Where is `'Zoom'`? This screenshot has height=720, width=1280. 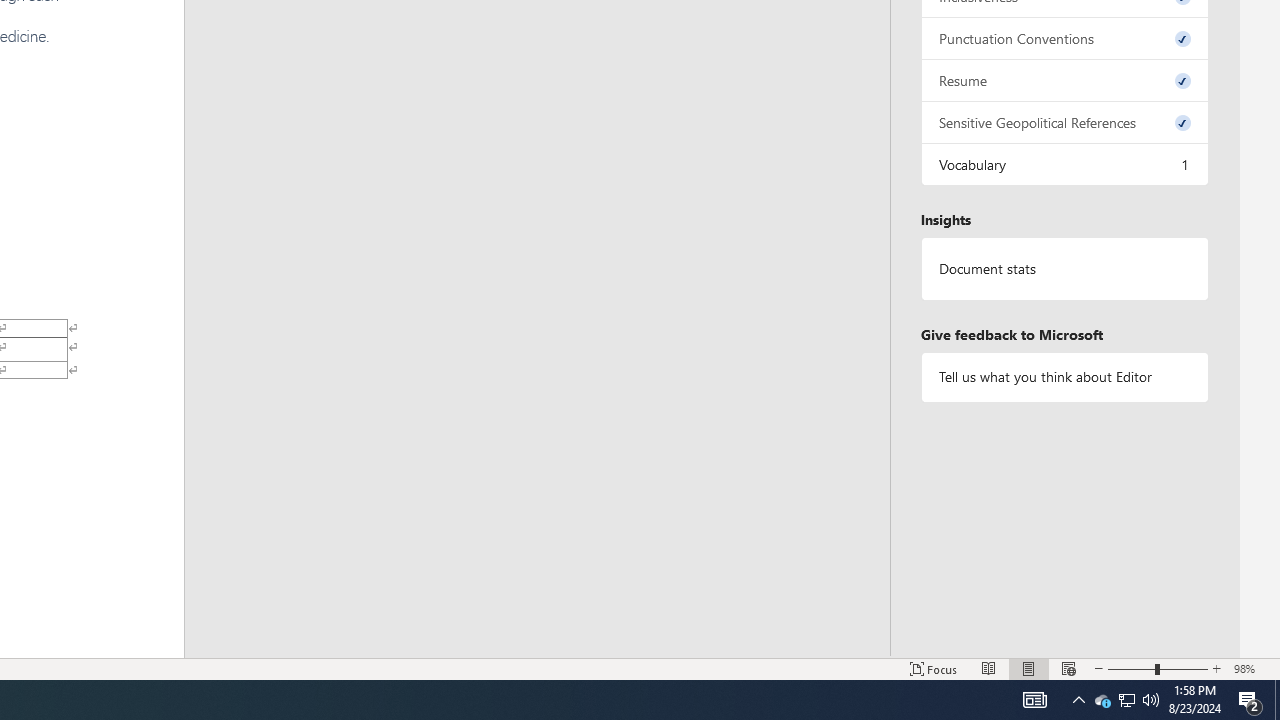
'Zoom' is located at coordinates (1158, 669).